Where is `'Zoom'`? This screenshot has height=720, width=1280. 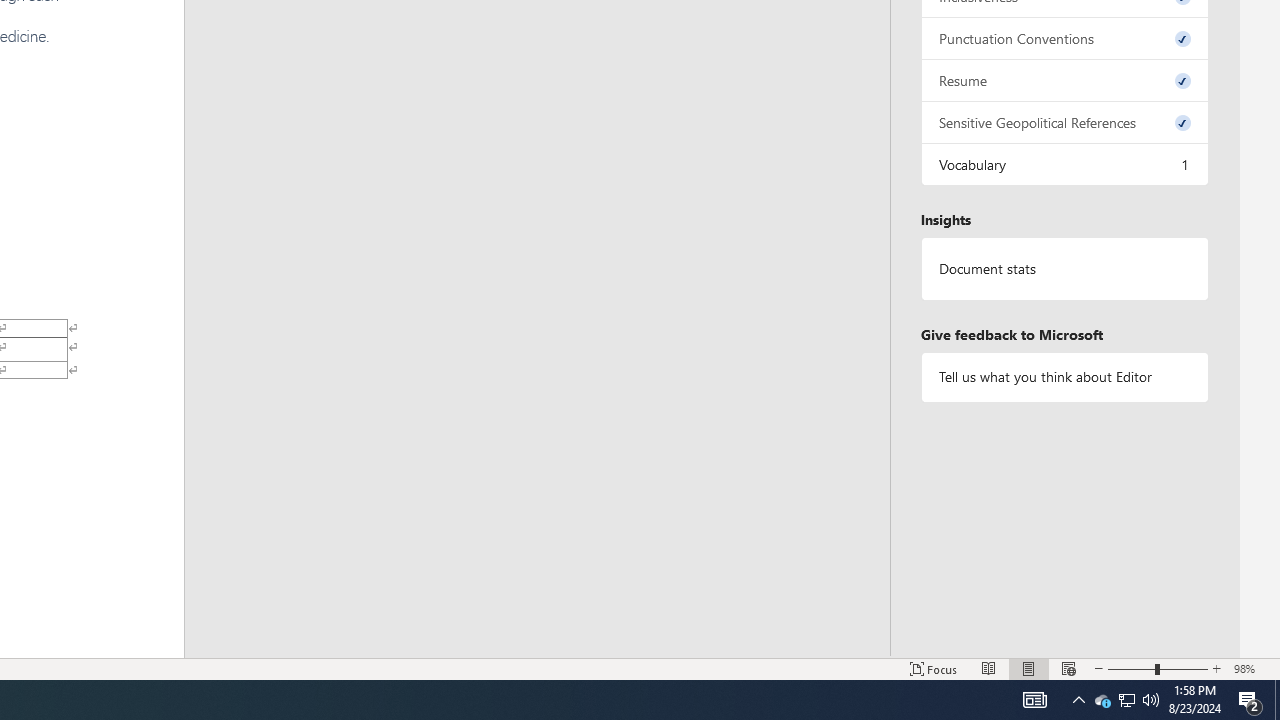
'Zoom' is located at coordinates (1158, 669).